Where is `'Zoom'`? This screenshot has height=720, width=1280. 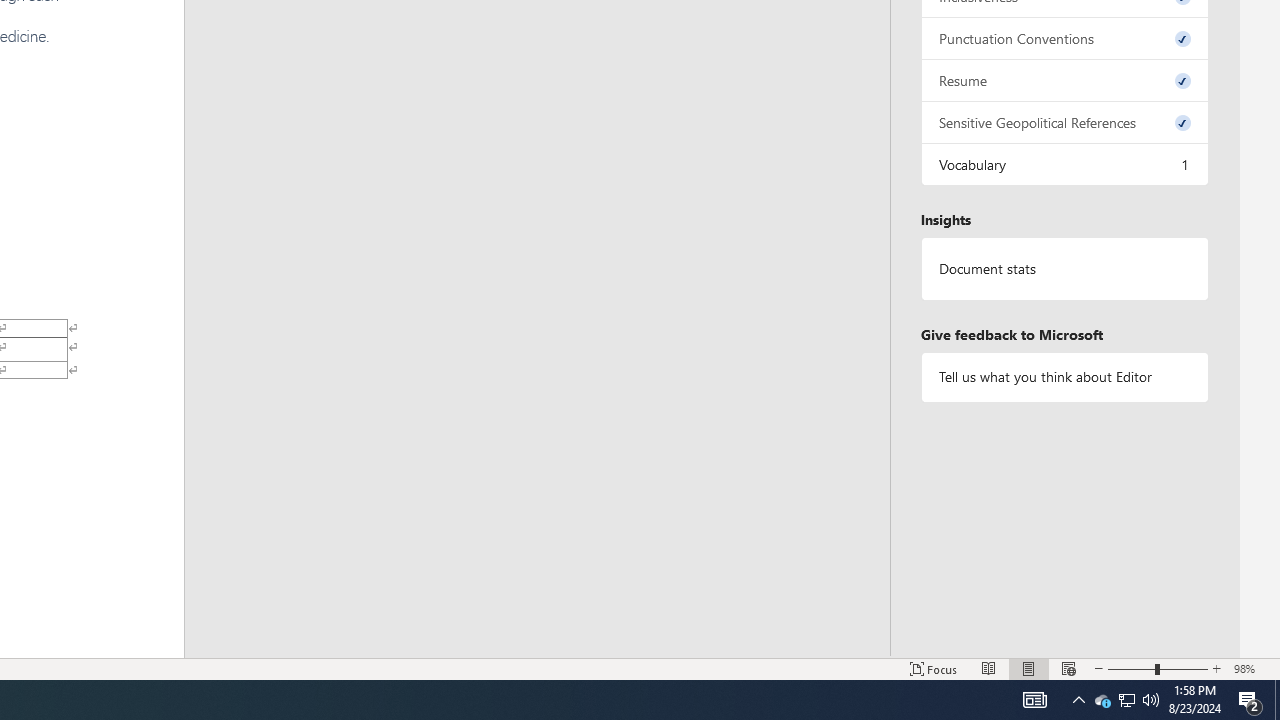
'Zoom' is located at coordinates (1158, 669).